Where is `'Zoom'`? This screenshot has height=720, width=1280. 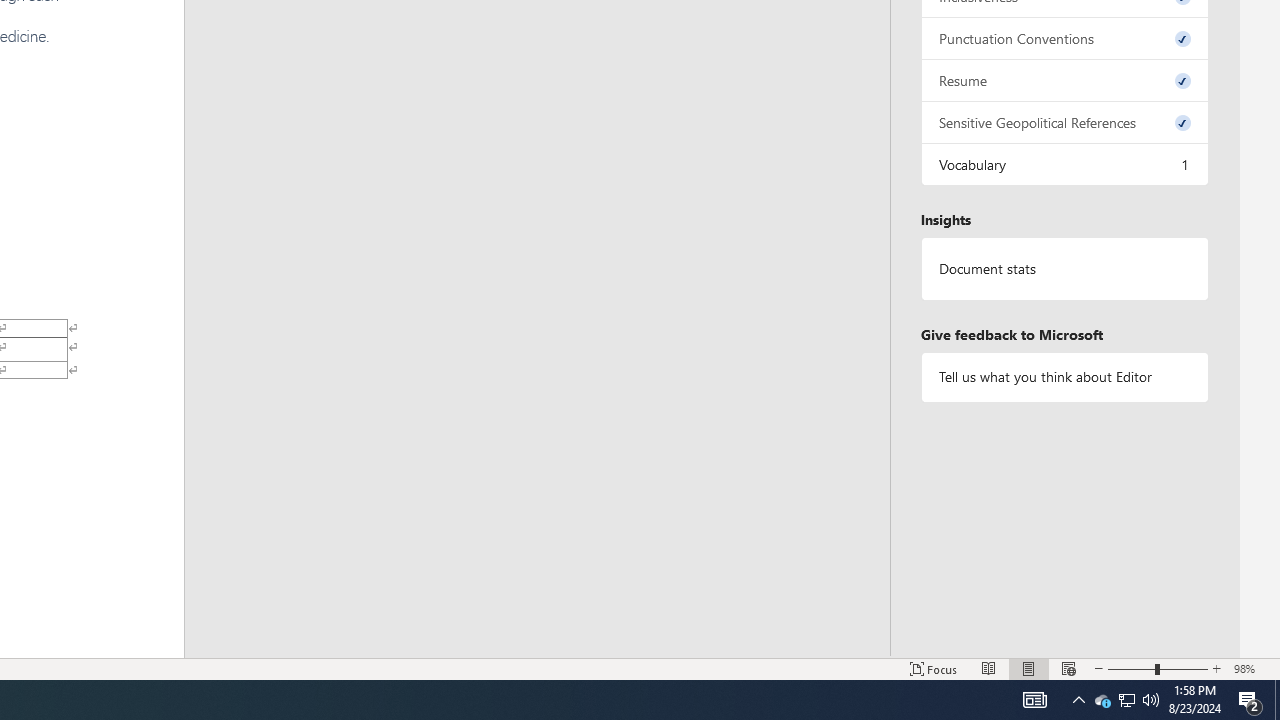
'Zoom' is located at coordinates (1158, 669).